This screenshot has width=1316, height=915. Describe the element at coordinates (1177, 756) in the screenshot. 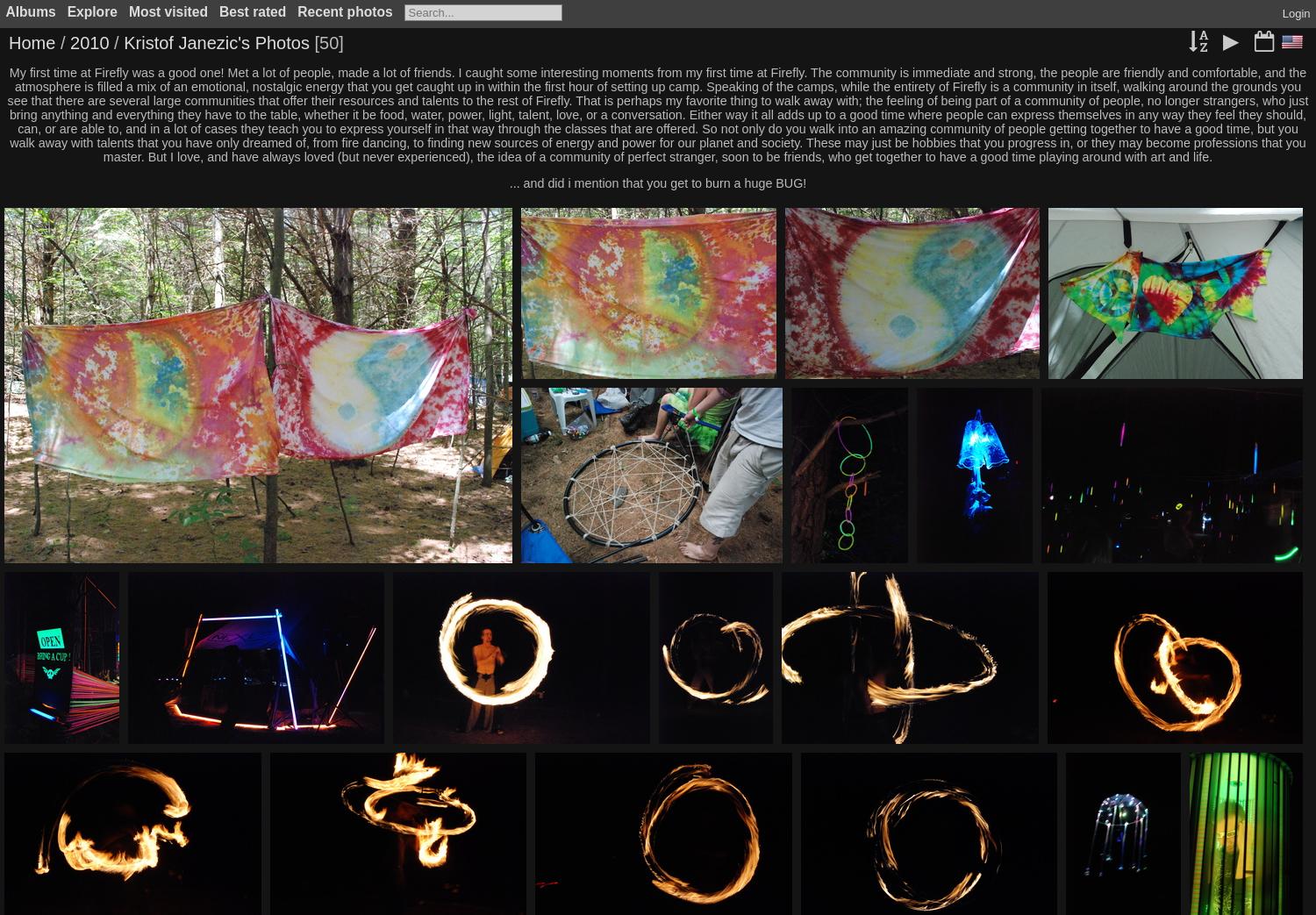

I see `'IMG 164'` at that location.